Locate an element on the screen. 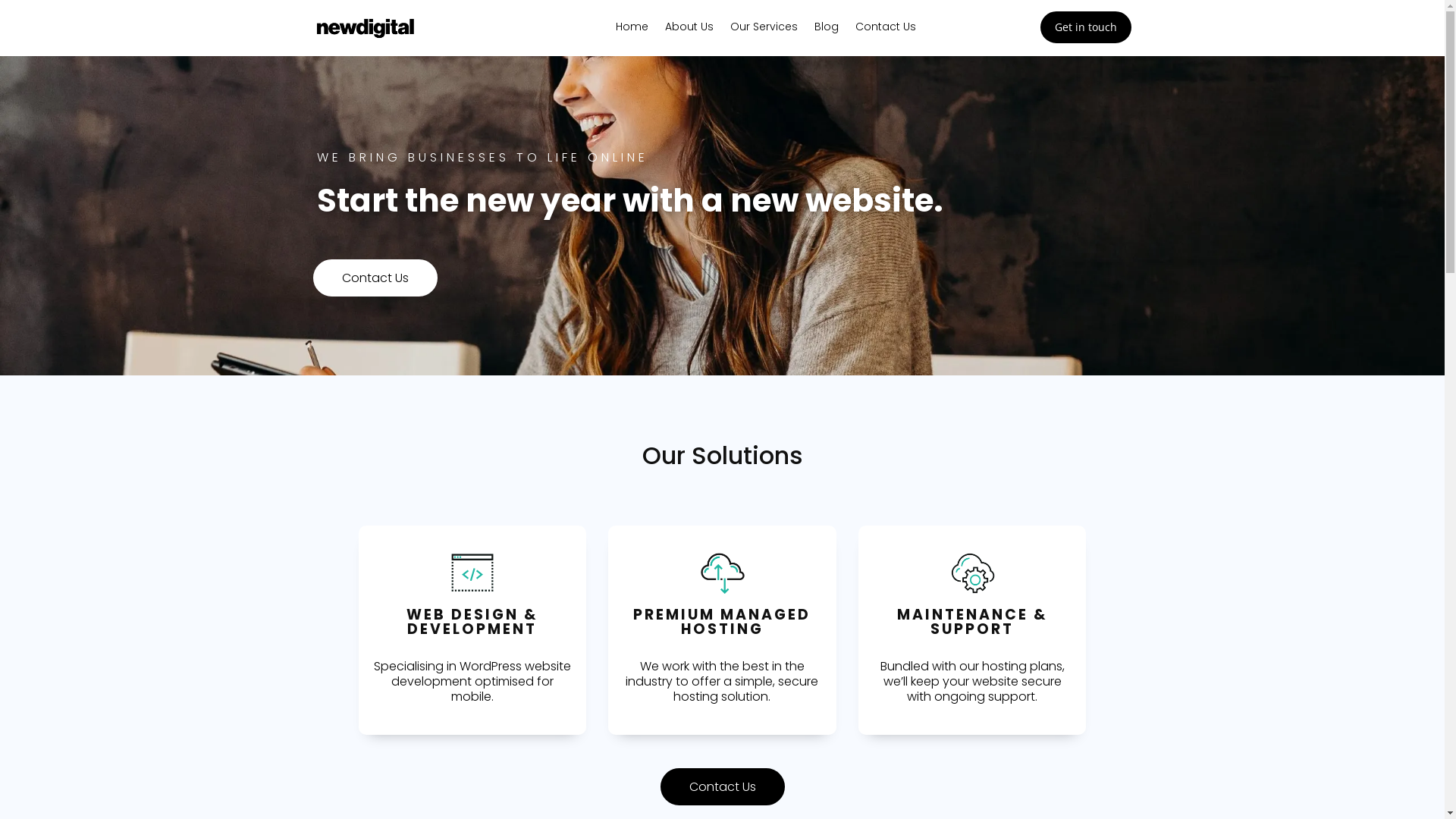 The image size is (1456, 819). 'About Us' is located at coordinates (688, 29).